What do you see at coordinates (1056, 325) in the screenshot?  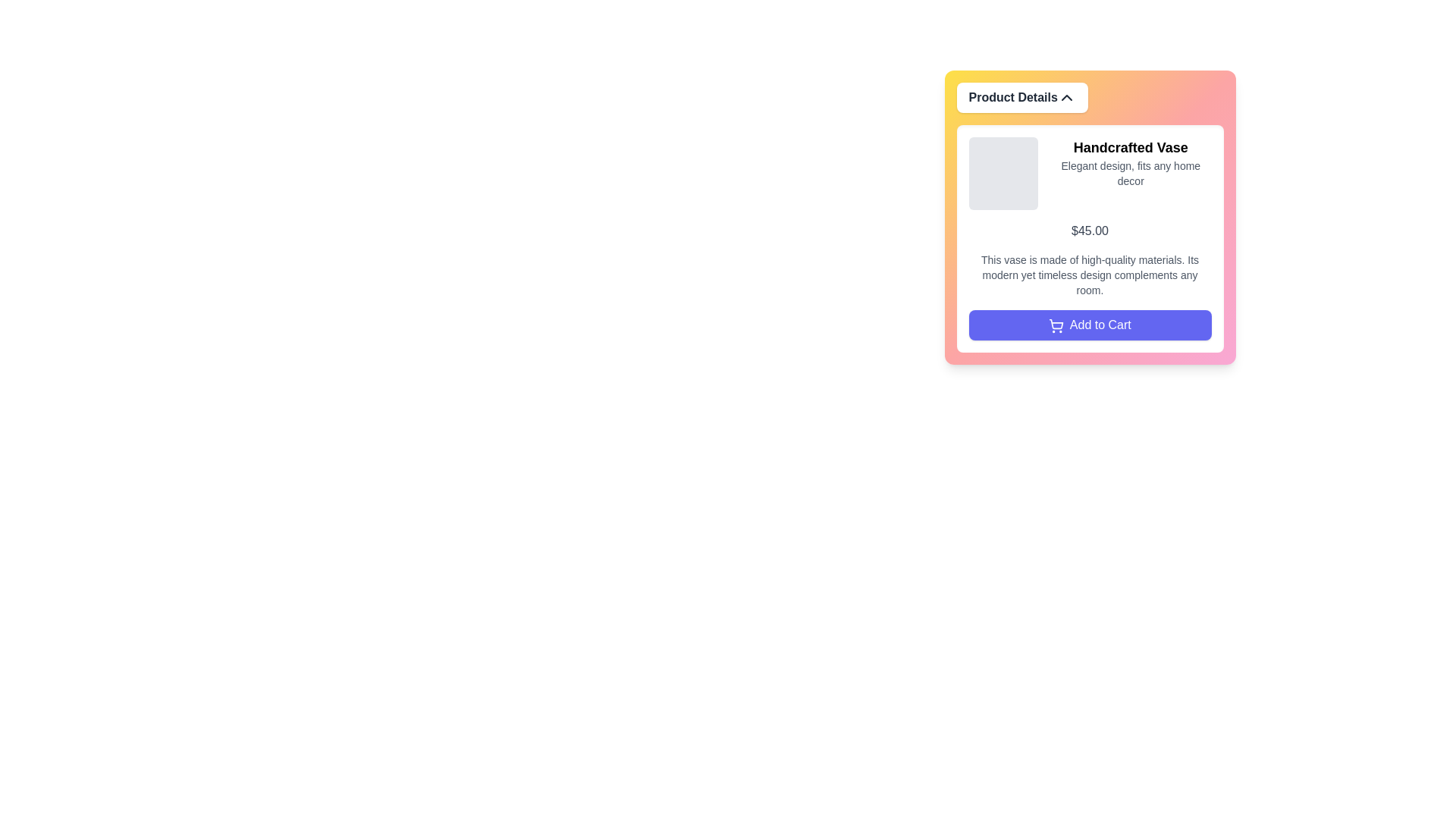 I see `the shopping cart icon which is part of the 'Add to Cart' button, located to the left of the button's text` at bounding box center [1056, 325].